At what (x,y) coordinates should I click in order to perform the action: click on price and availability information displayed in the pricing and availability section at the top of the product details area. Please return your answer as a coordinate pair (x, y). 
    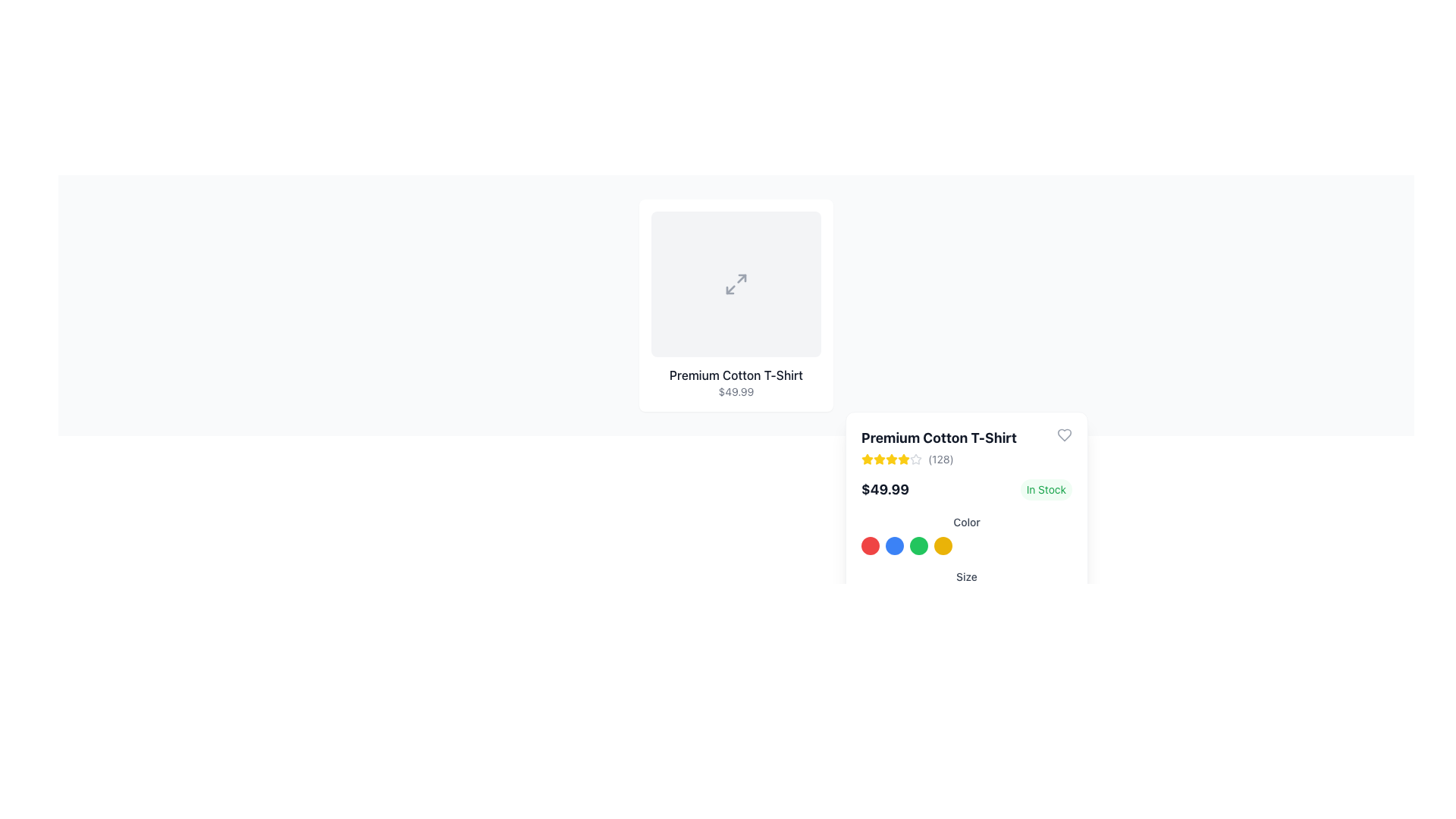
    Looking at the image, I should click on (966, 489).